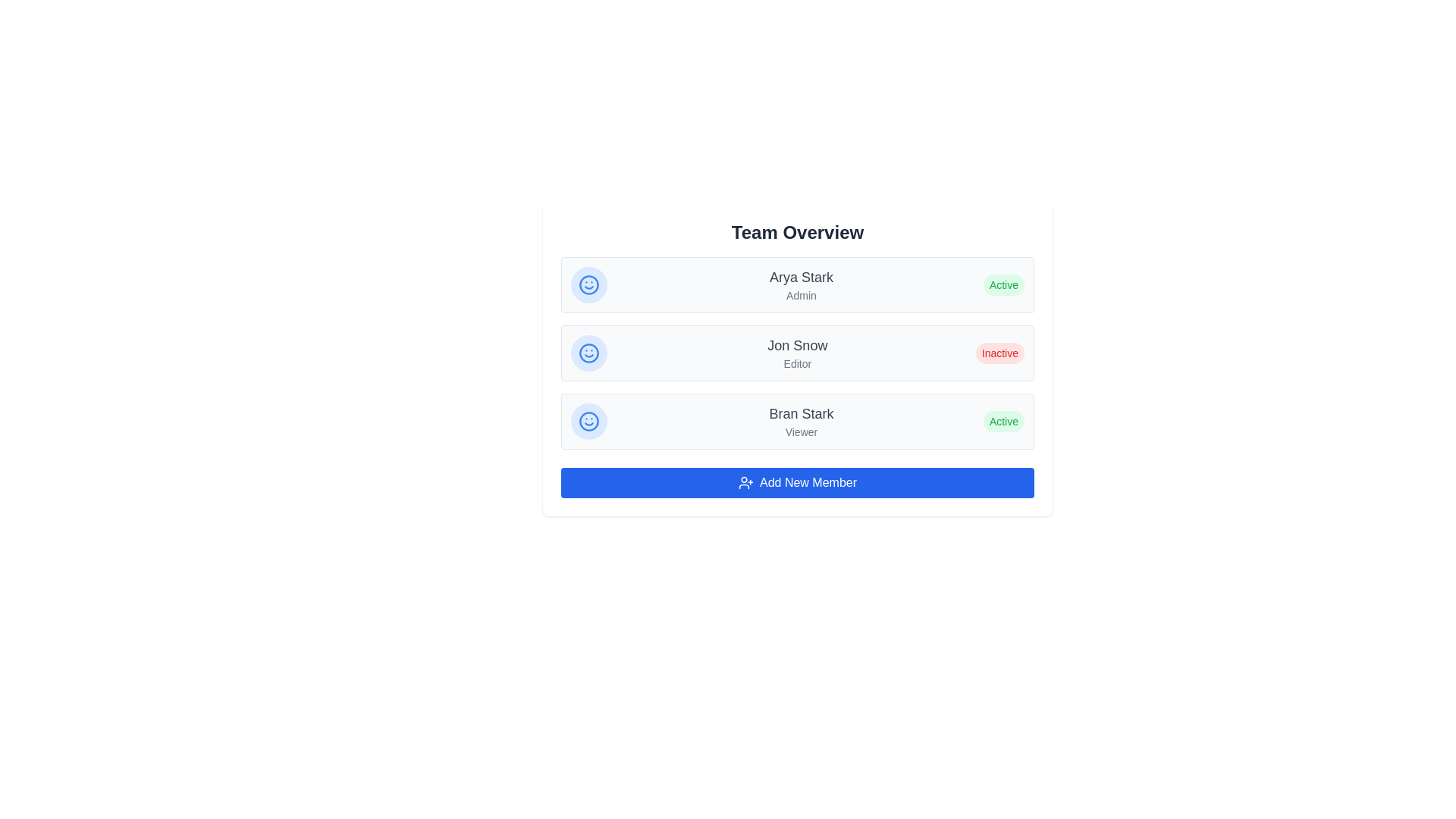 The height and width of the screenshot is (819, 1456). I want to click on the user profile icon for the user with the name and role displayed as 'Viewer' and 'Active' in the third position of the vertically stacked list, so click(796, 421).